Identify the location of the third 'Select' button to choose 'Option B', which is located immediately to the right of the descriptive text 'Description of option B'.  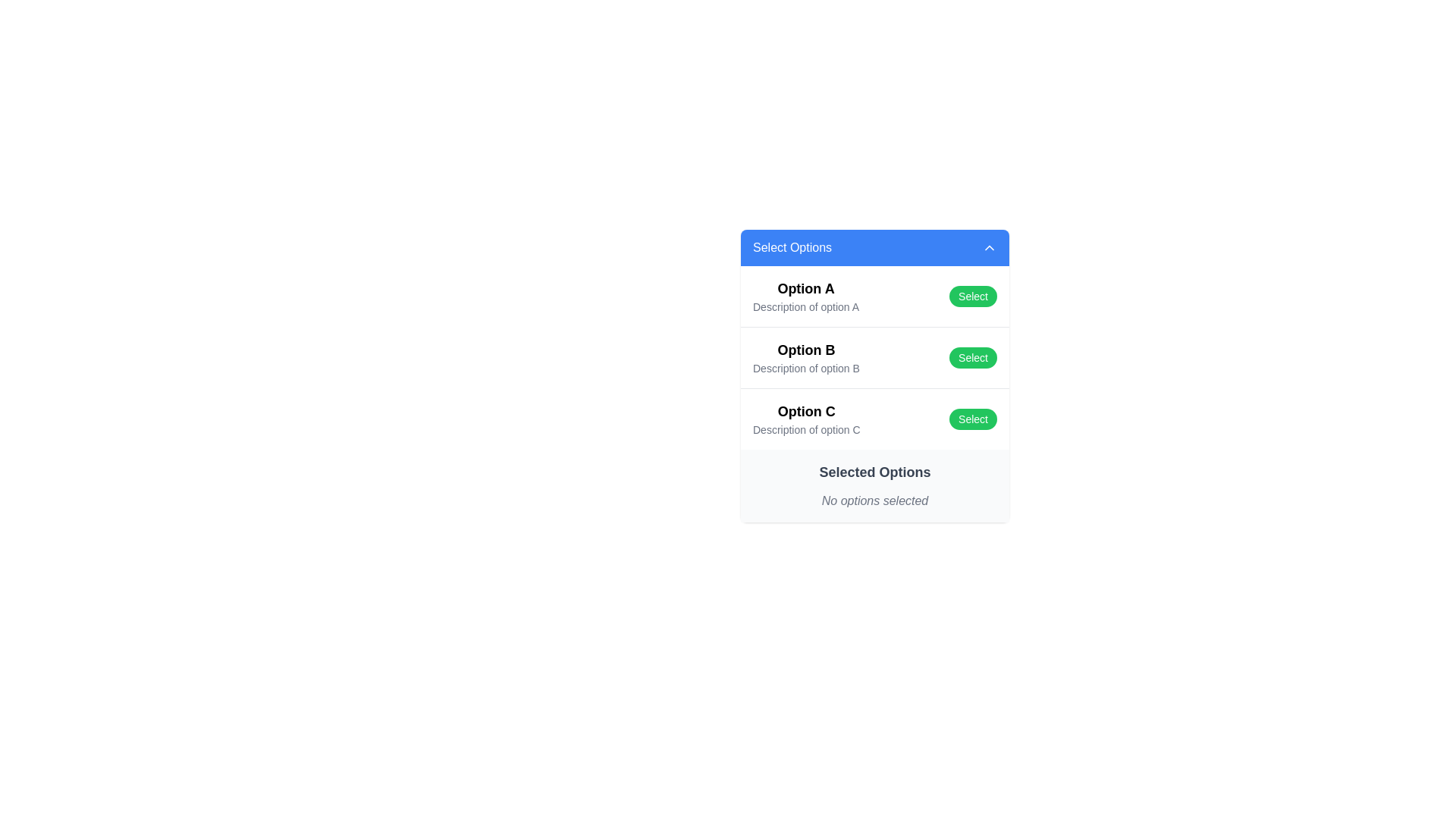
(973, 357).